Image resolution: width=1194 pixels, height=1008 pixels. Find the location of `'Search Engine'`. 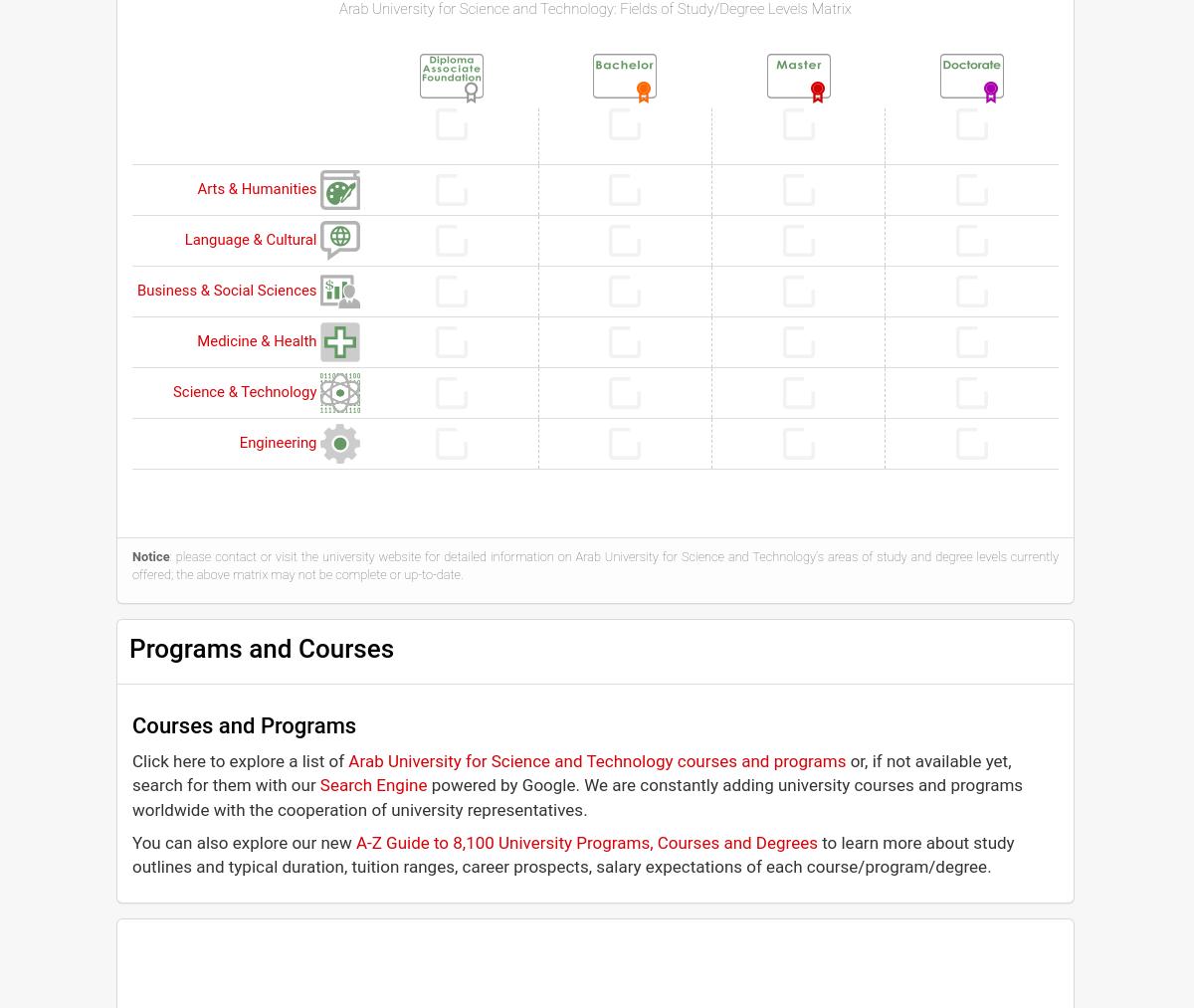

'Search Engine' is located at coordinates (373, 785).